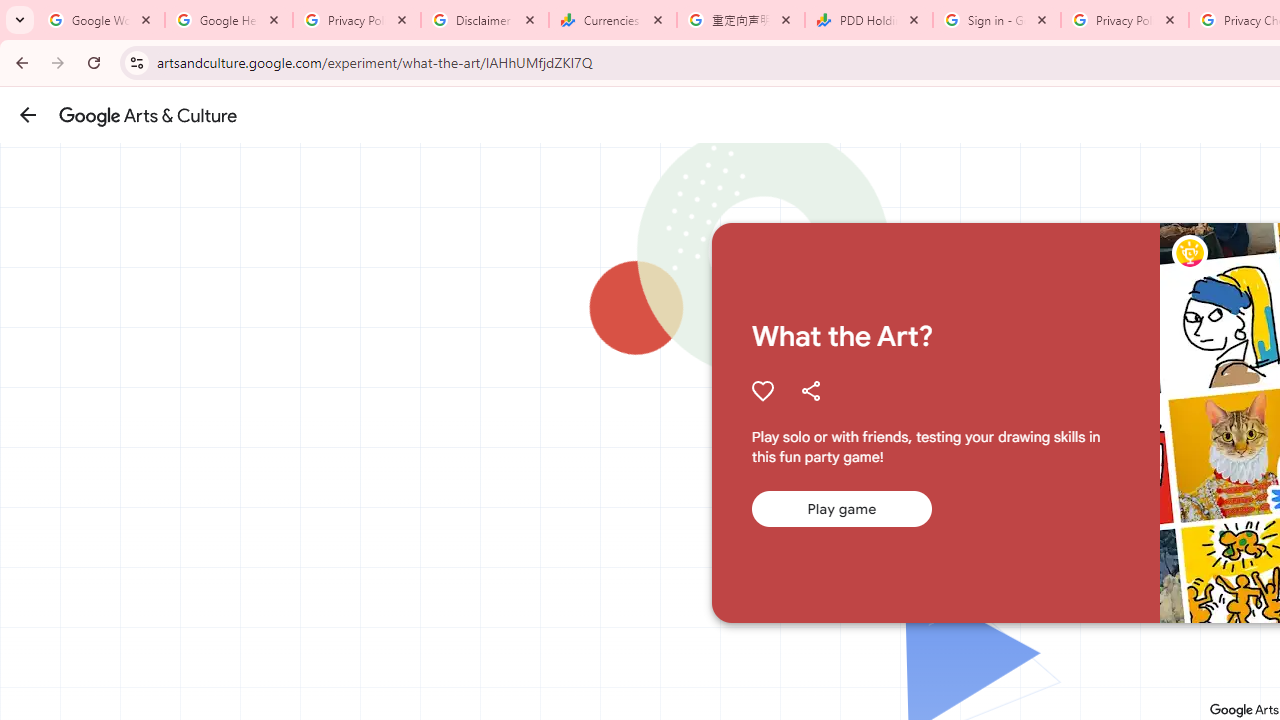 This screenshot has width=1280, height=720. Describe the element at coordinates (135, 61) in the screenshot. I see `'View site information'` at that location.